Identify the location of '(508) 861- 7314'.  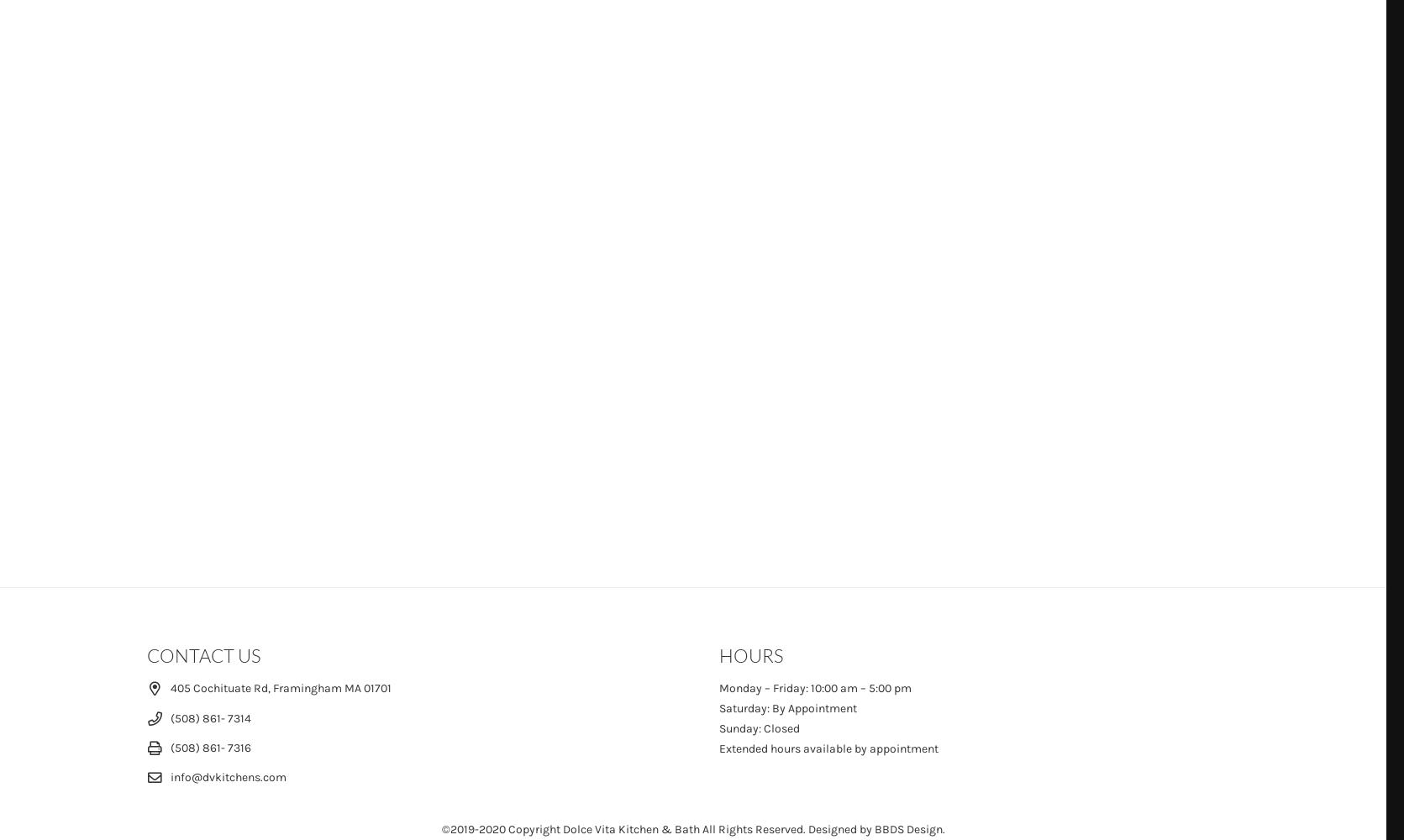
(210, 717).